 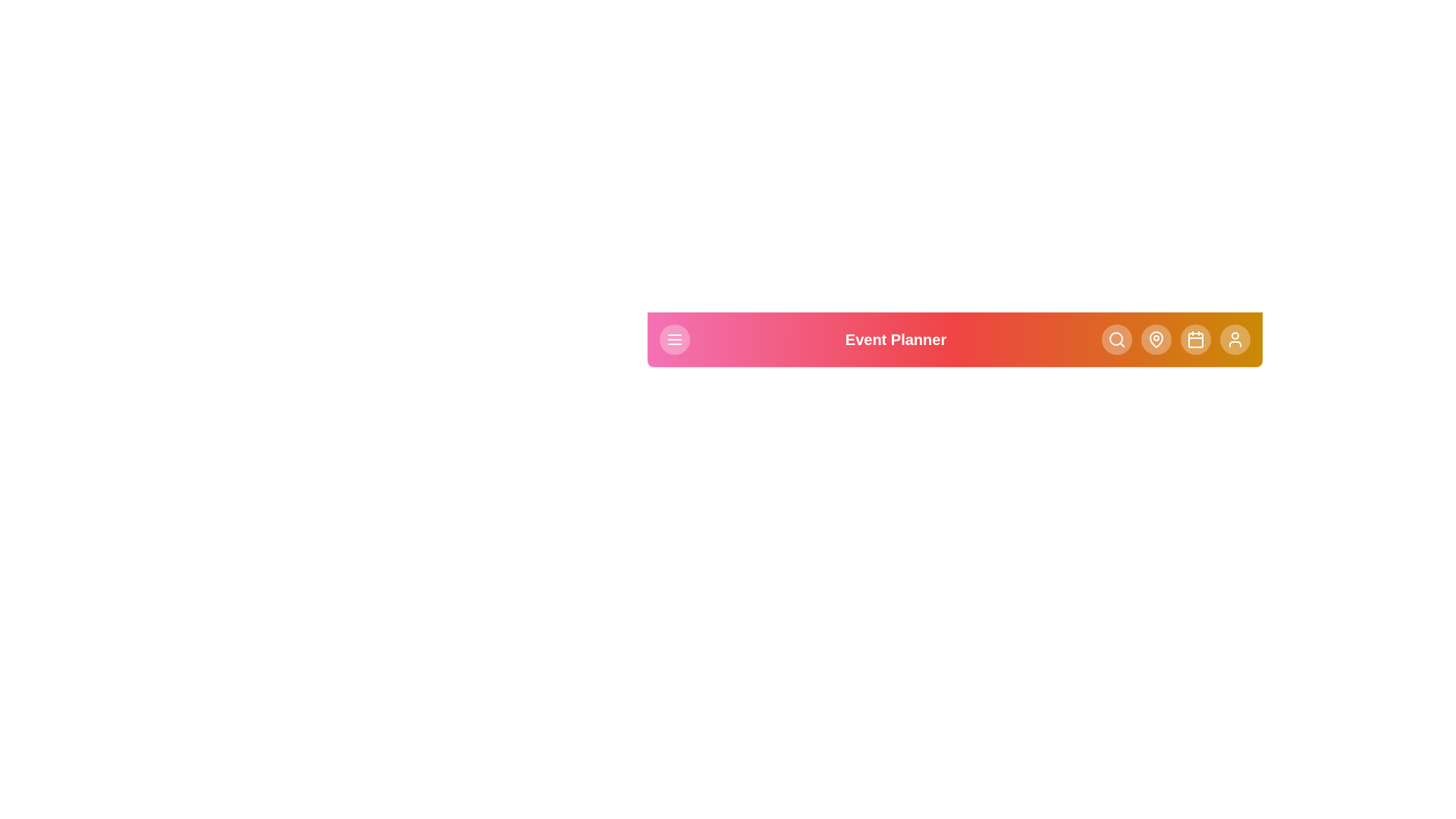 What do you see at coordinates (1156, 338) in the screenshot?
I see `the 'Locations' button in the navigation bar` at bounding box center [1156, 338].